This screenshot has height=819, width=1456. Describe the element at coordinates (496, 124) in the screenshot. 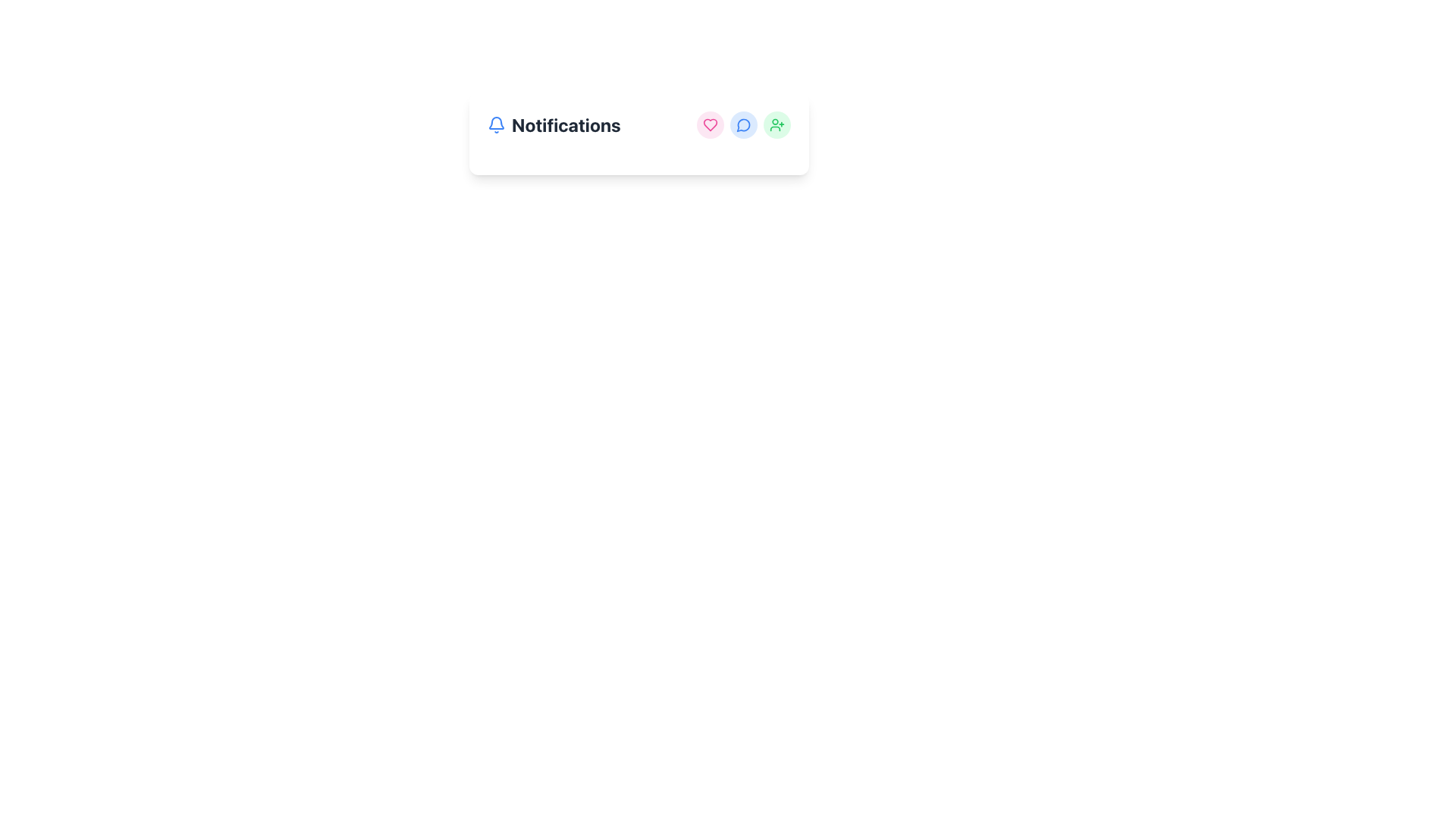

I see `the bell icon for notifications` at that location.